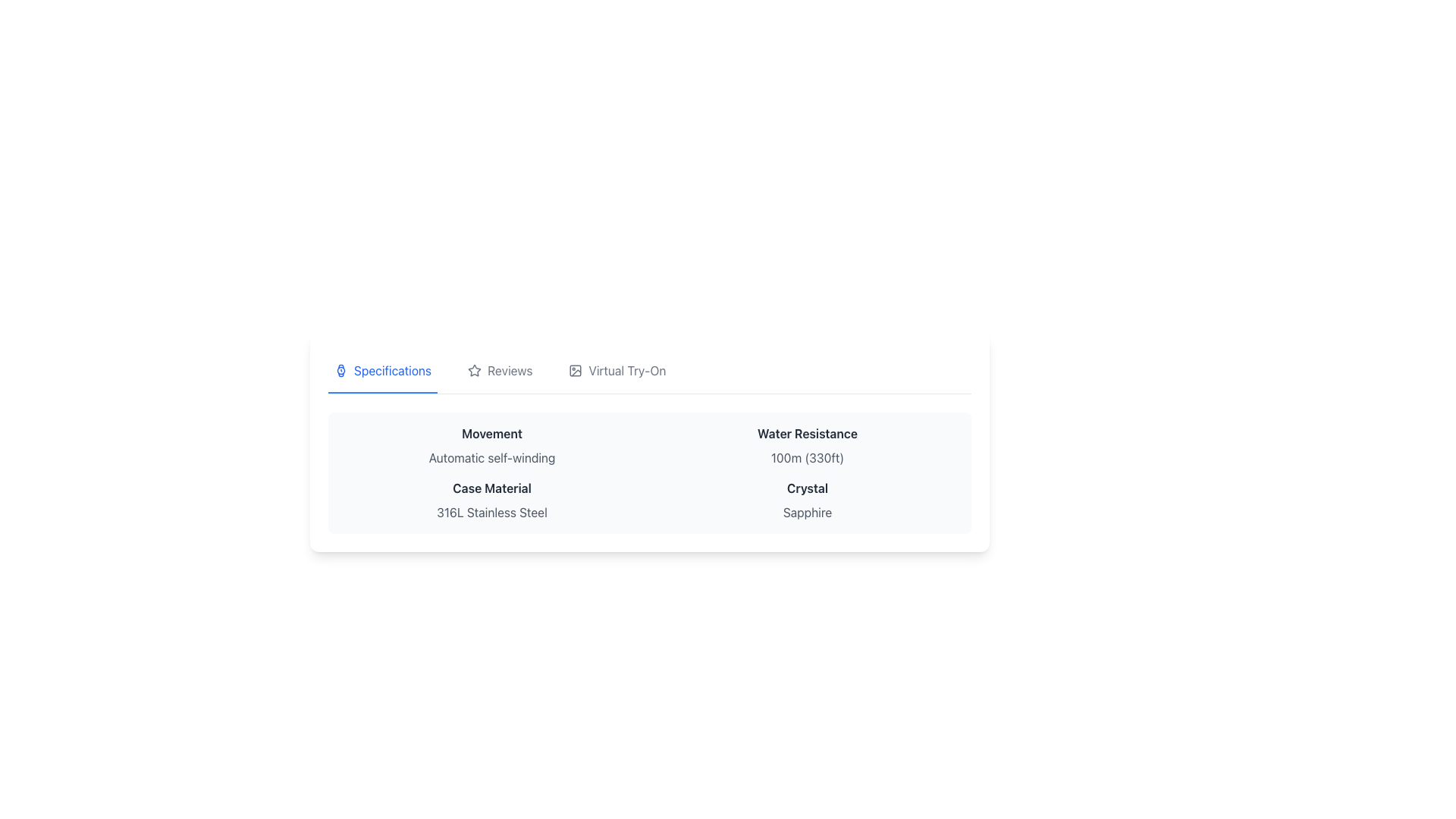 This screenshot has width=1456, height=819. What do you see at coordinates (807, 457) in the screenshot?
I see `the Text label that provides additional information about the water resistance capabilities of the item, located under the header 'Water Resistance' in the specifications section` at bounding box center [807, 457].